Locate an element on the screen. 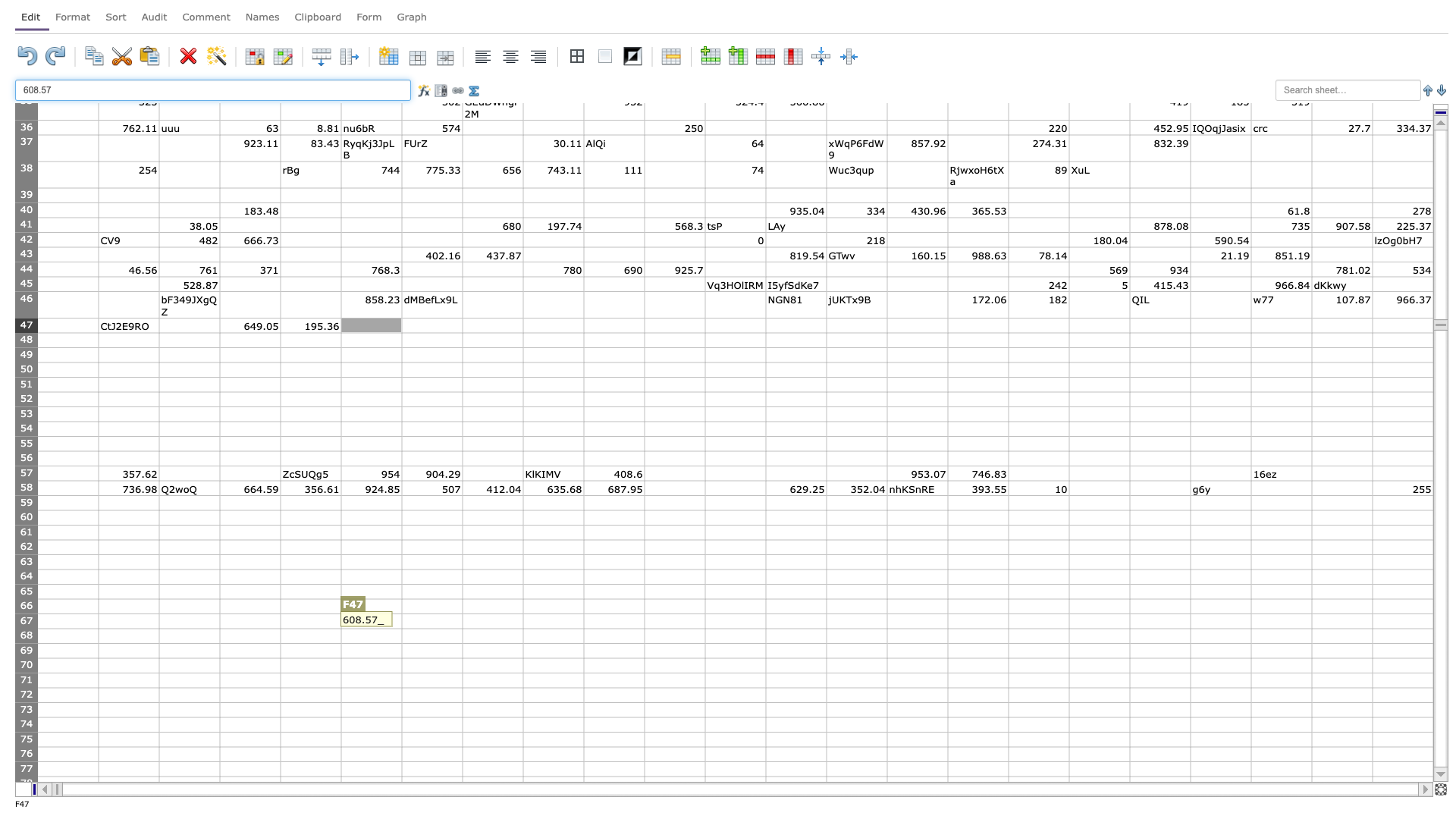 The height and width of the screenshot is (819, 1456). Bottom right corner of cell I-67 is located at coordinates (582, 629).